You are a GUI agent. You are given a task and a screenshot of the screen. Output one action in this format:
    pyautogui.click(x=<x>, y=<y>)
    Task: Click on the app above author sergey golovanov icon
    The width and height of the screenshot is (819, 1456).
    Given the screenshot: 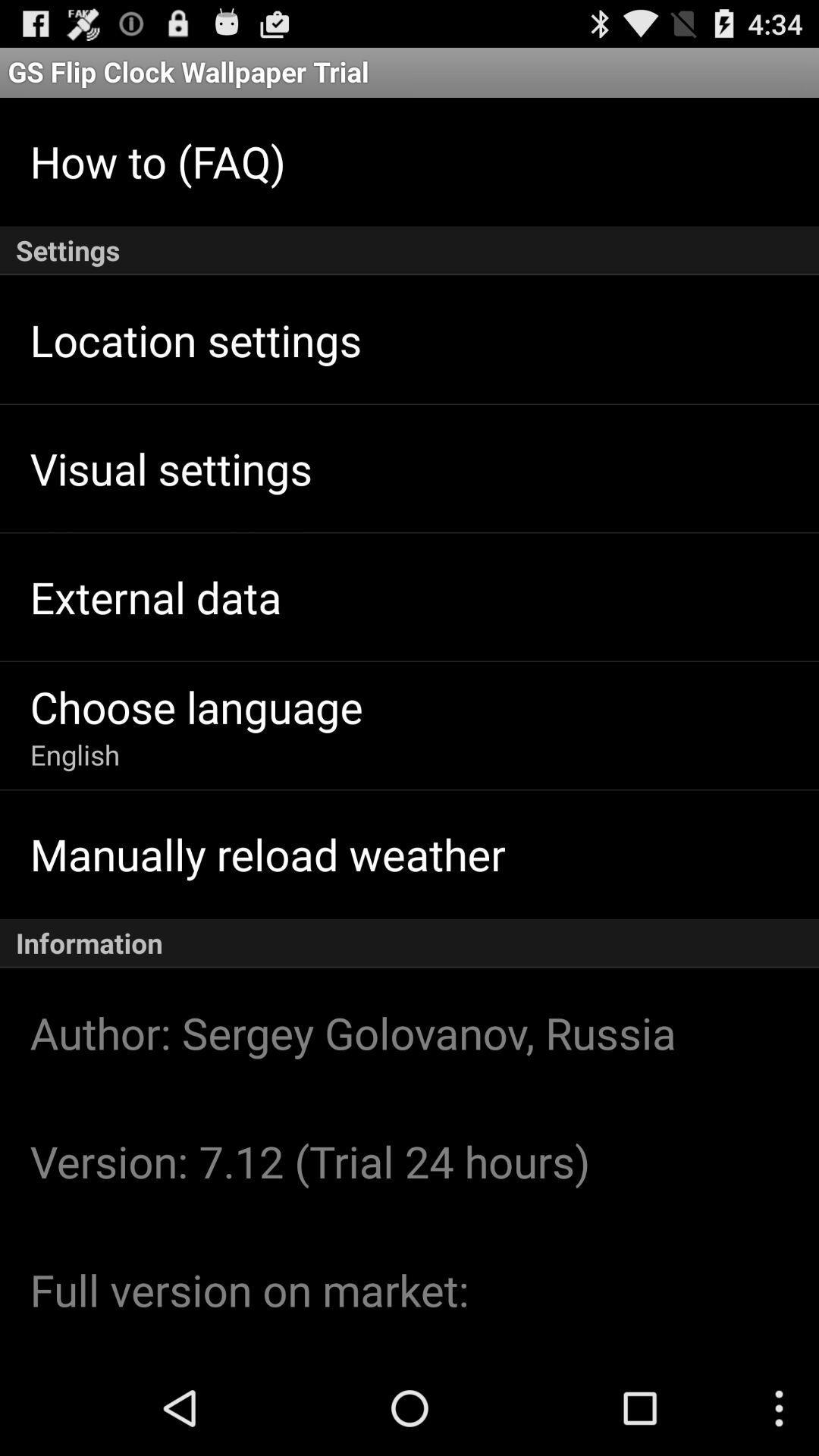 What is the action you would take?
    pyautogui.click(x=409, y=943)
    